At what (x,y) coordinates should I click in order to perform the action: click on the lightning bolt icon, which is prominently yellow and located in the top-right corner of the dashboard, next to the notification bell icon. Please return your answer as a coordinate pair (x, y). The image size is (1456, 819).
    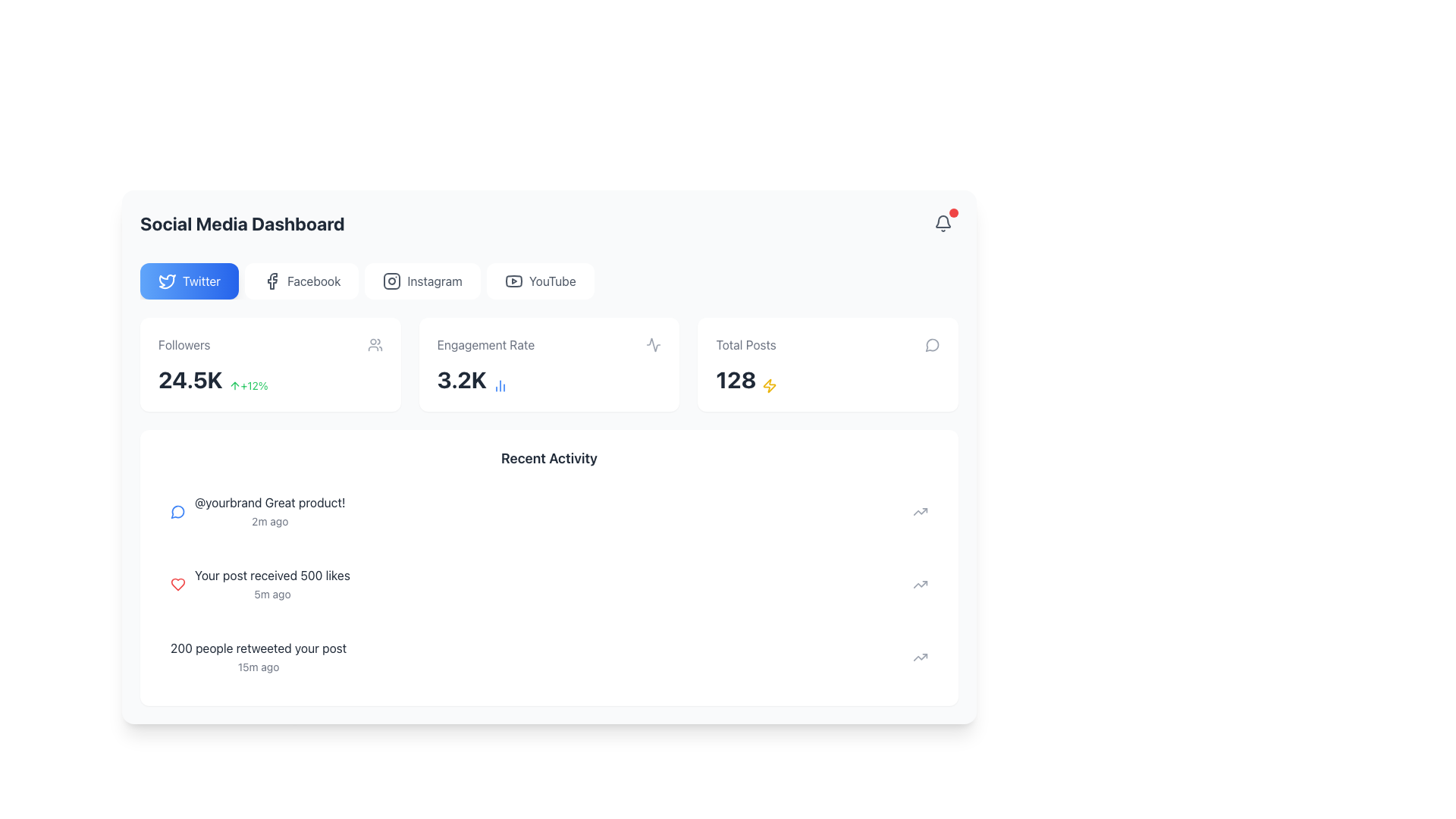
    Looking at the image, I should click on (770, 385).